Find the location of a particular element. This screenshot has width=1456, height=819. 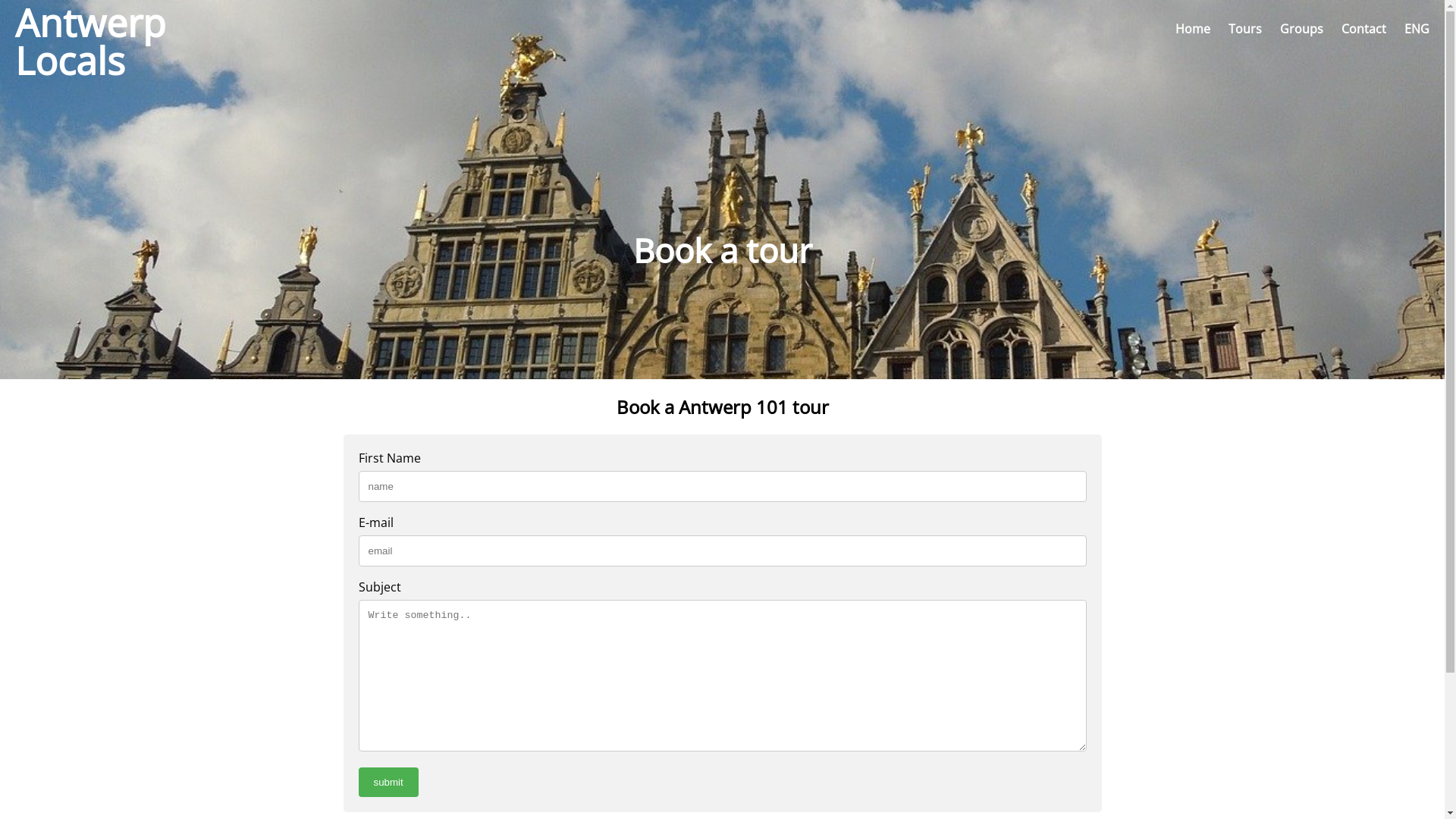

'Contact' is located at coordinates (1363, 29).